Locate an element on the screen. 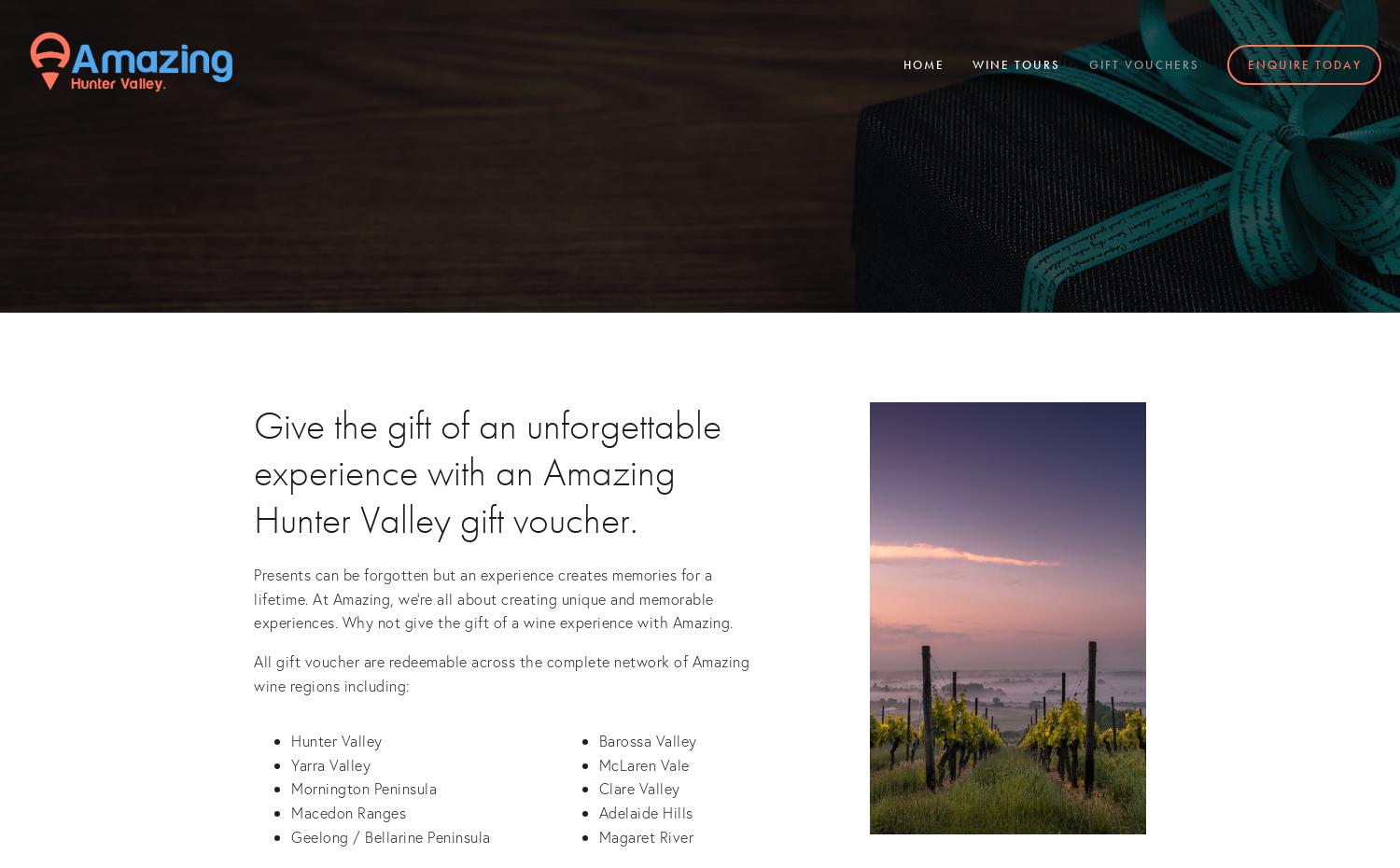 The image size is (1400, 868). 'Mornington Peninsula' is located at coordinates (364, 787).